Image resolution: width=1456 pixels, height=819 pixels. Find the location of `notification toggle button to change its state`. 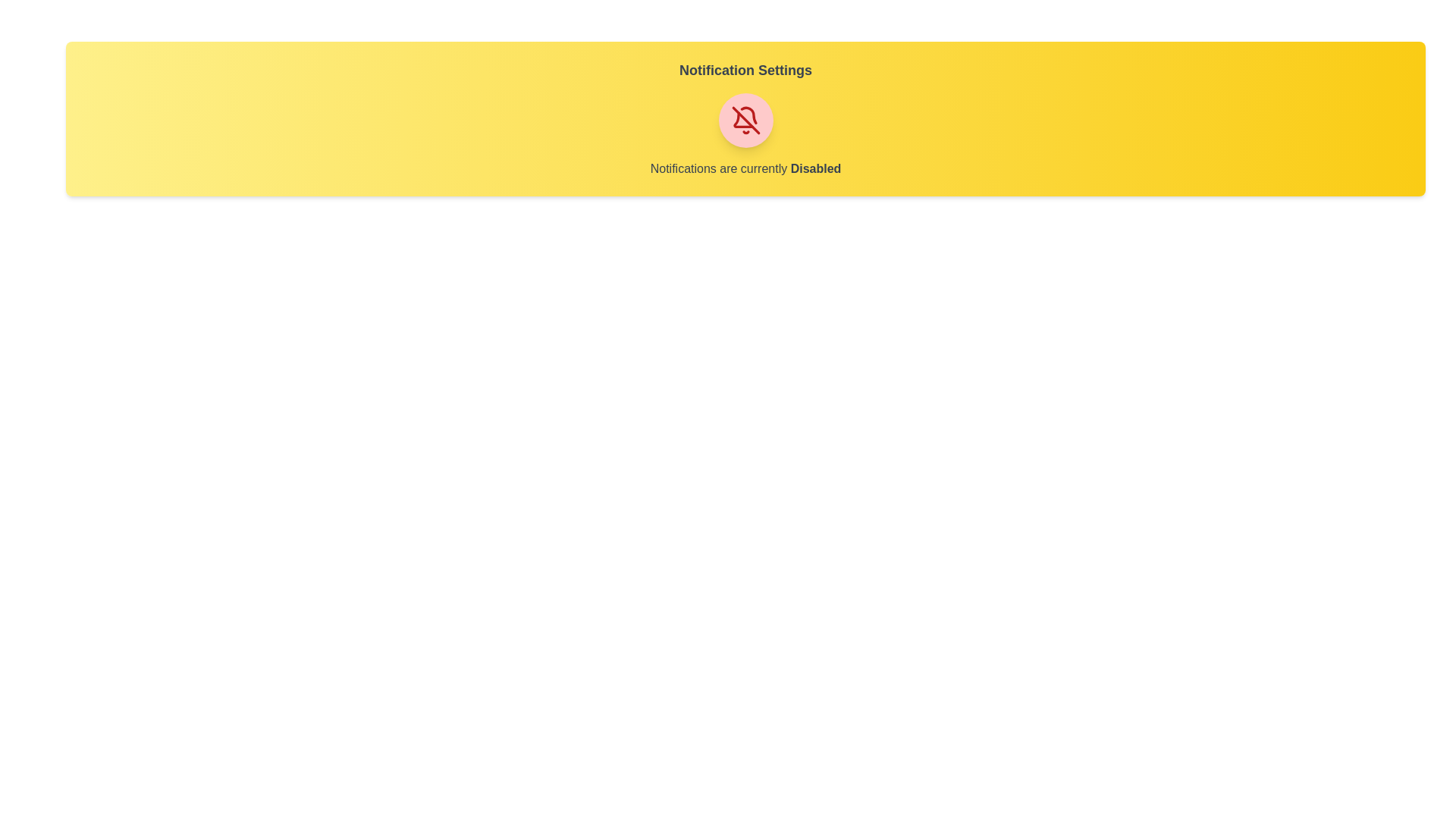

notification toggle button to change its state is located at coordinates (745, 119).